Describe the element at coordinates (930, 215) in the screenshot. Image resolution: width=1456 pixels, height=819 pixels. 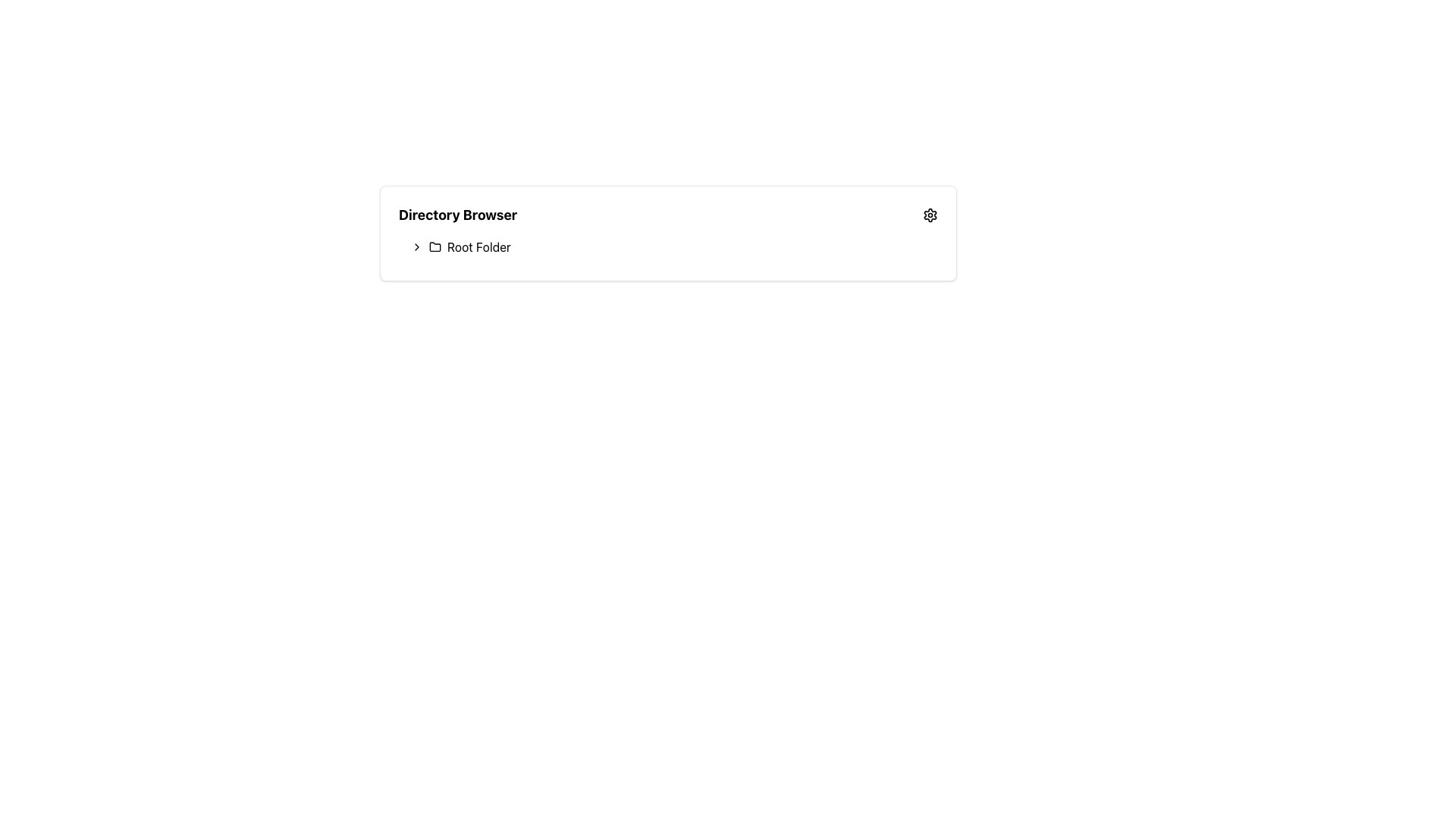
I see `the settings icon button located in the top-right corner of the 'Directory Browser'` at that location.